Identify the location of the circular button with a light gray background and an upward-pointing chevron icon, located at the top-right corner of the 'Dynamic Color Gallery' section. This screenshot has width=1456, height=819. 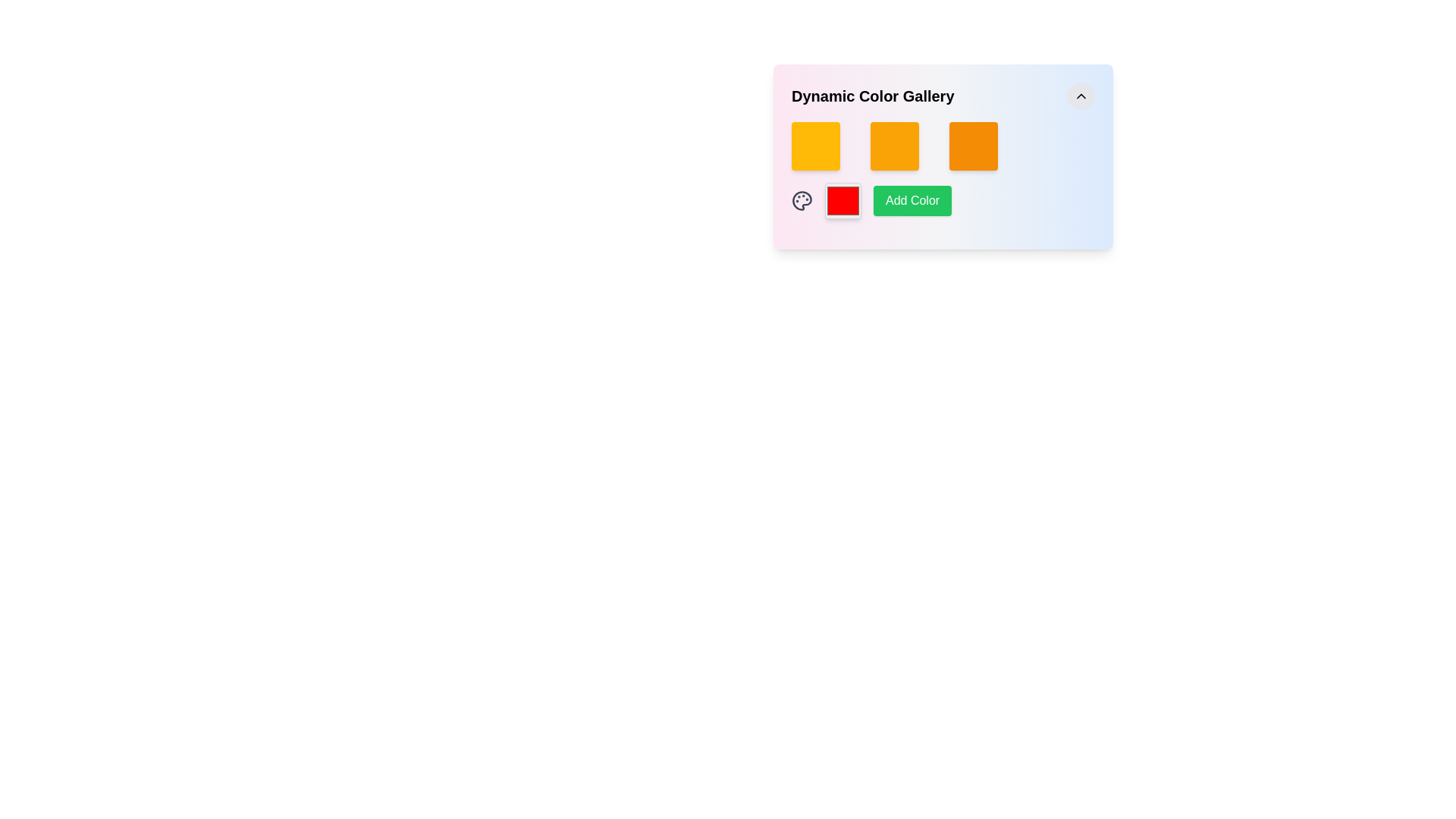
(1080, 96).